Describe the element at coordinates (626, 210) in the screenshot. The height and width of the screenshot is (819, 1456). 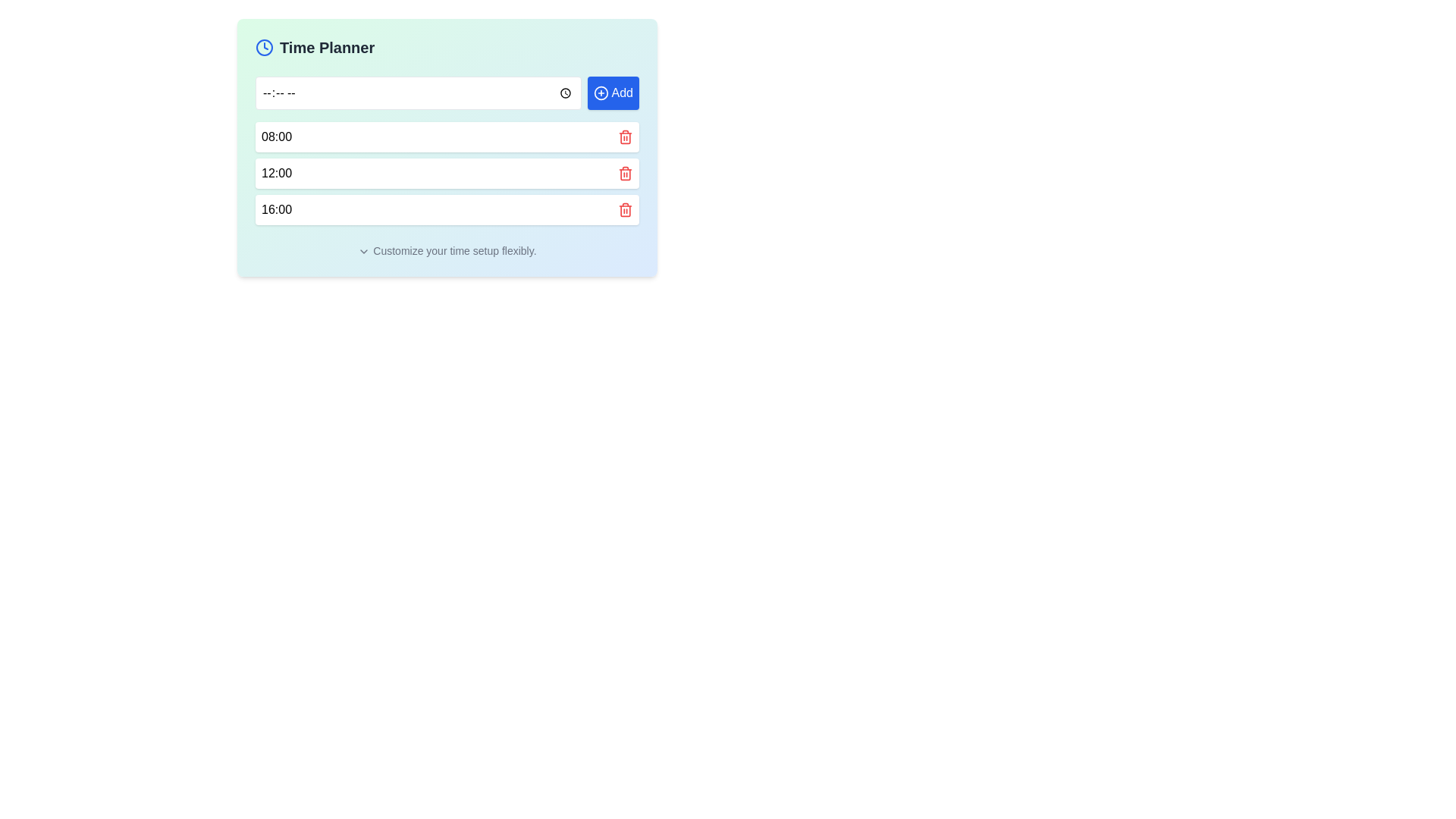
I see `the delete button for the 16:00 time entry to observe visual feedback` at that location.